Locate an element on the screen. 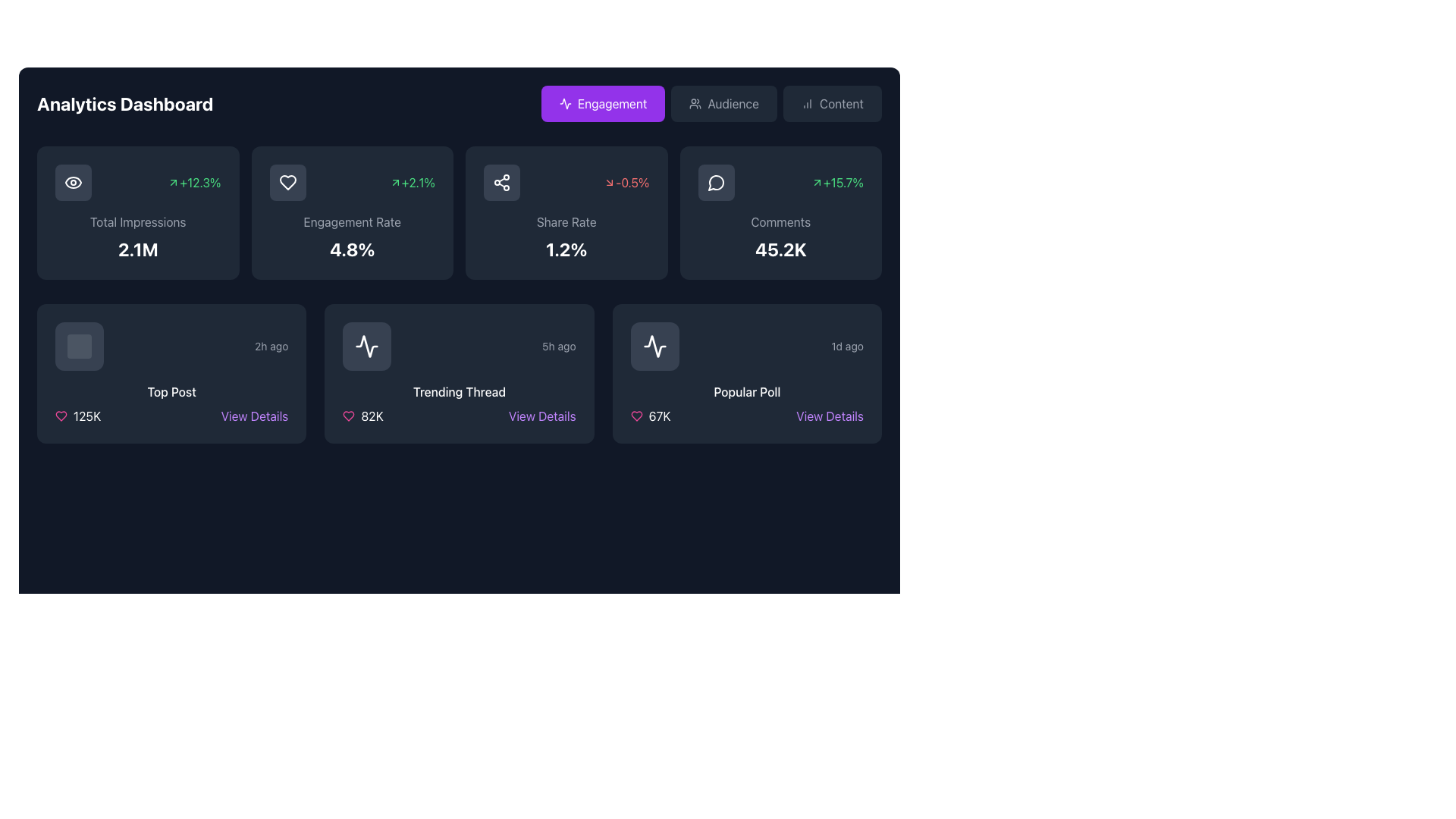  the button located in the 'Trending Thread' section, adjacent to an '82K' text and a heart icon is located at coordinates (542, 416).